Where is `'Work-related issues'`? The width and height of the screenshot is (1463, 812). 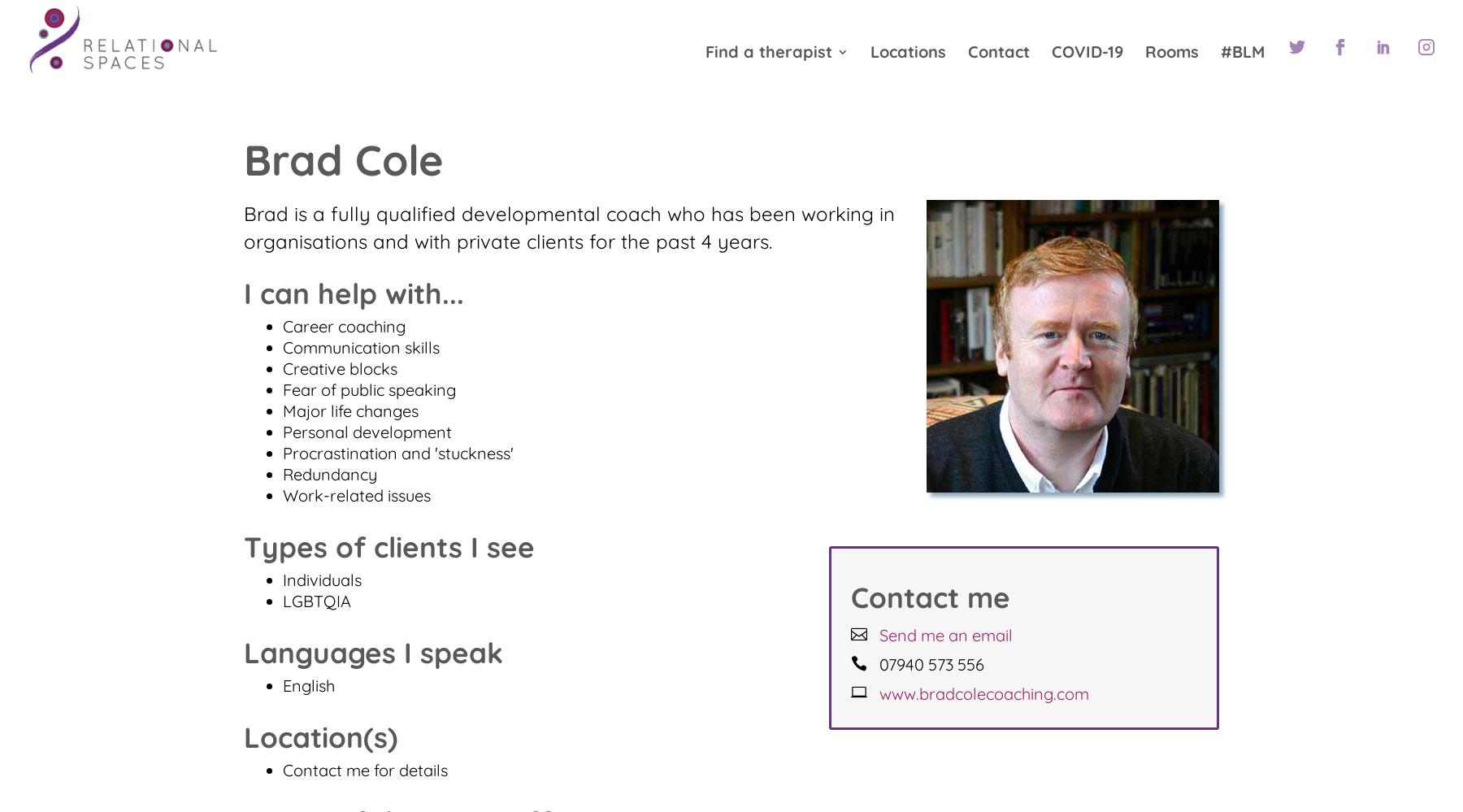 'Work-related issues' is located at coordinates (357, 495).